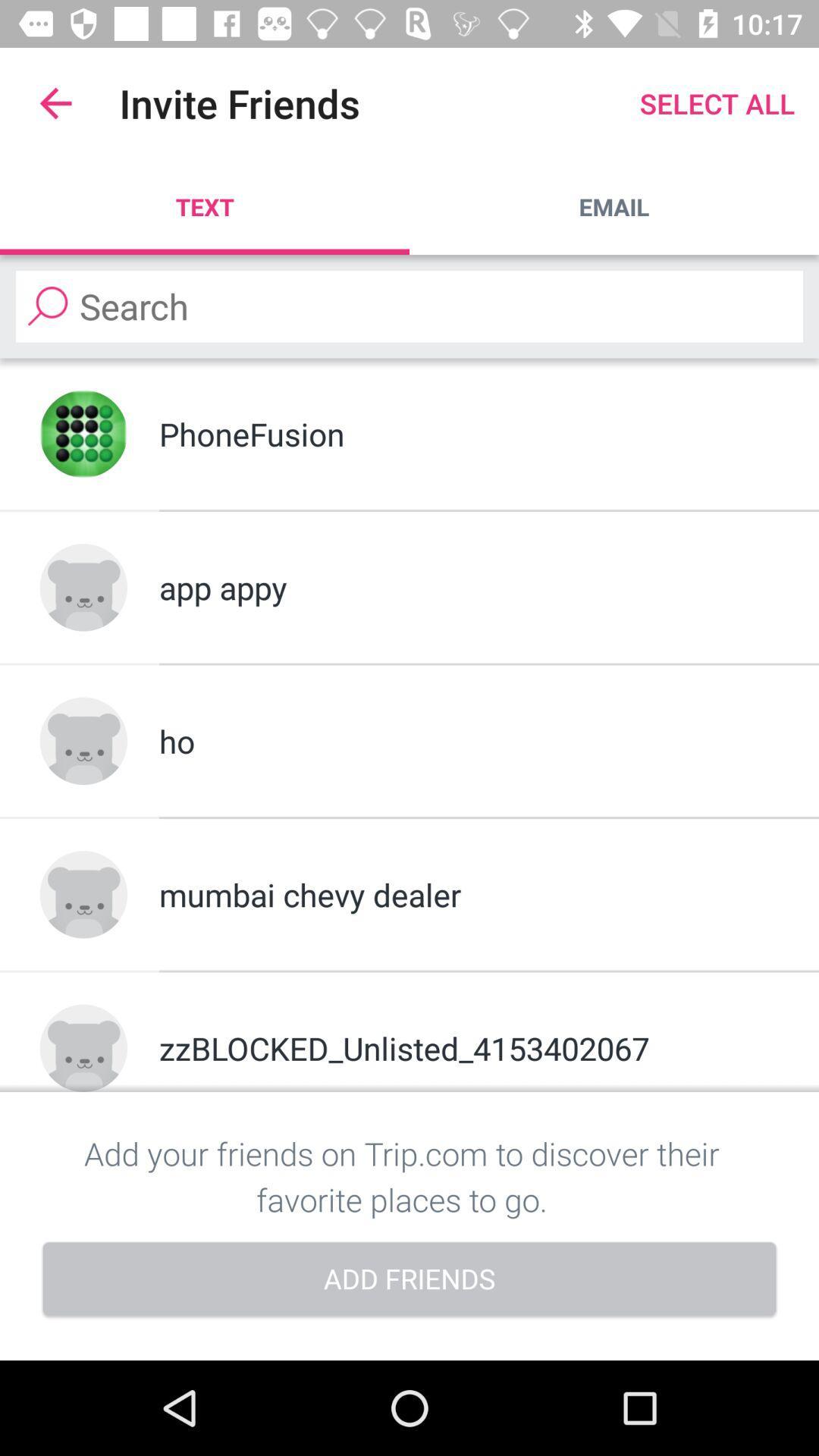 This screenshot has width=819, height=1456. What do you see at coordinates (468, 1047) in the screenshot?
I see `the item below the mumbai chevy dealer icon` at bounding box center [468, 1047].